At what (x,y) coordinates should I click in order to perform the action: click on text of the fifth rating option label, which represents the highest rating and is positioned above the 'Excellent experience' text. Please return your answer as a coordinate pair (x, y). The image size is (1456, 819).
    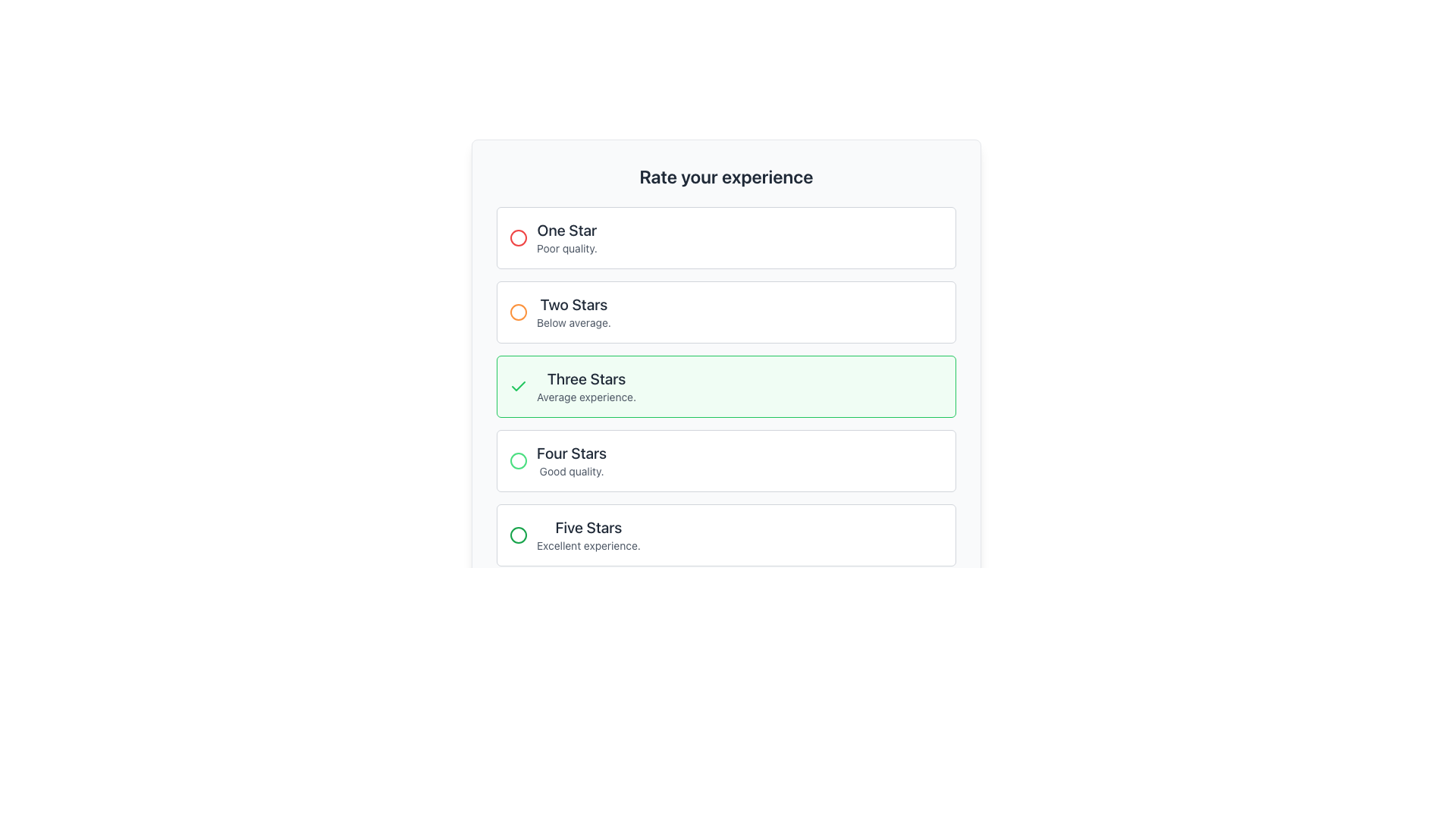
    Looking at the image, I should click on (588, 526).